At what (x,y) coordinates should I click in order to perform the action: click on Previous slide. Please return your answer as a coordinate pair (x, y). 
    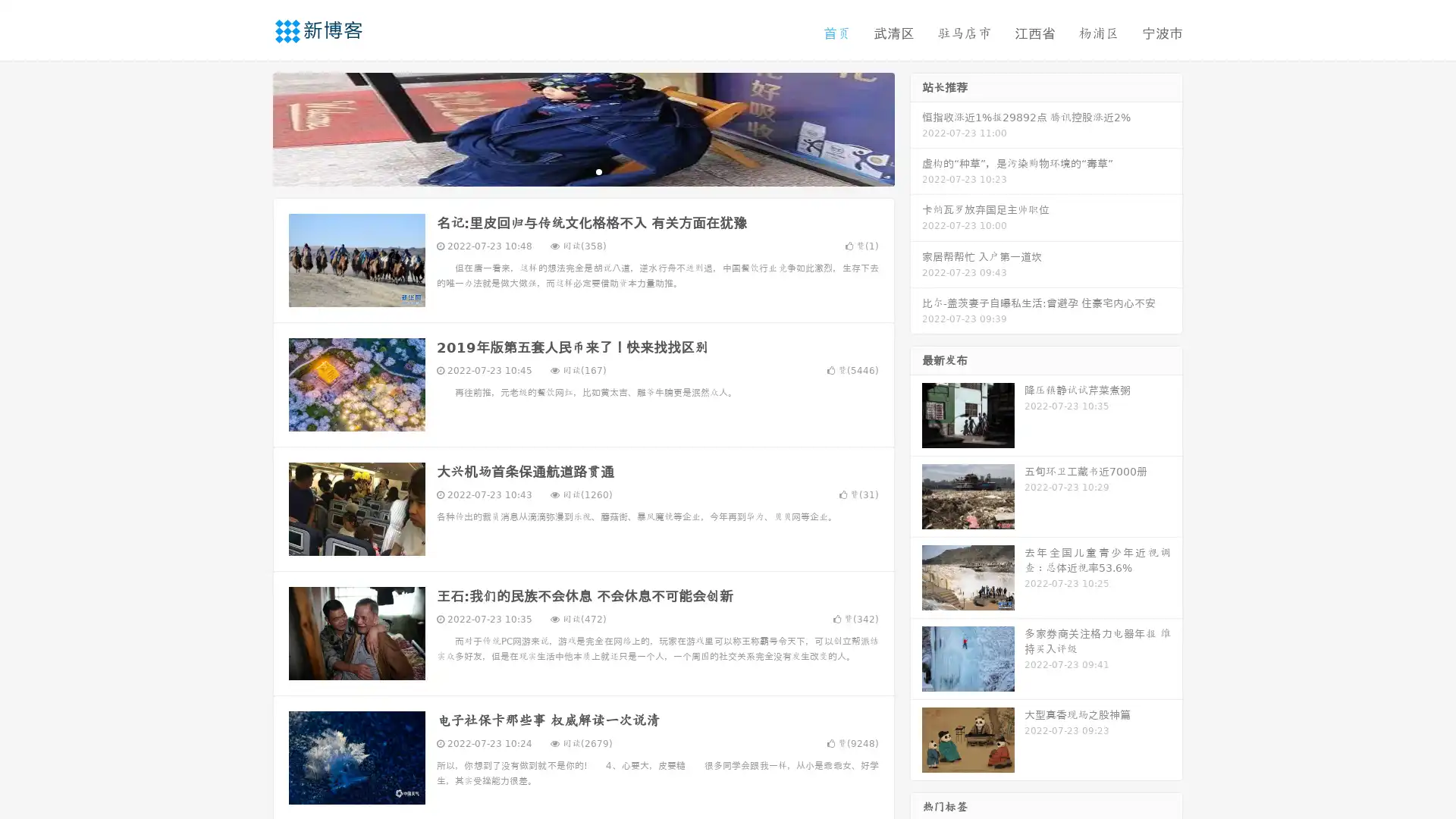
    Looking at the image, I should click on (250, 127).